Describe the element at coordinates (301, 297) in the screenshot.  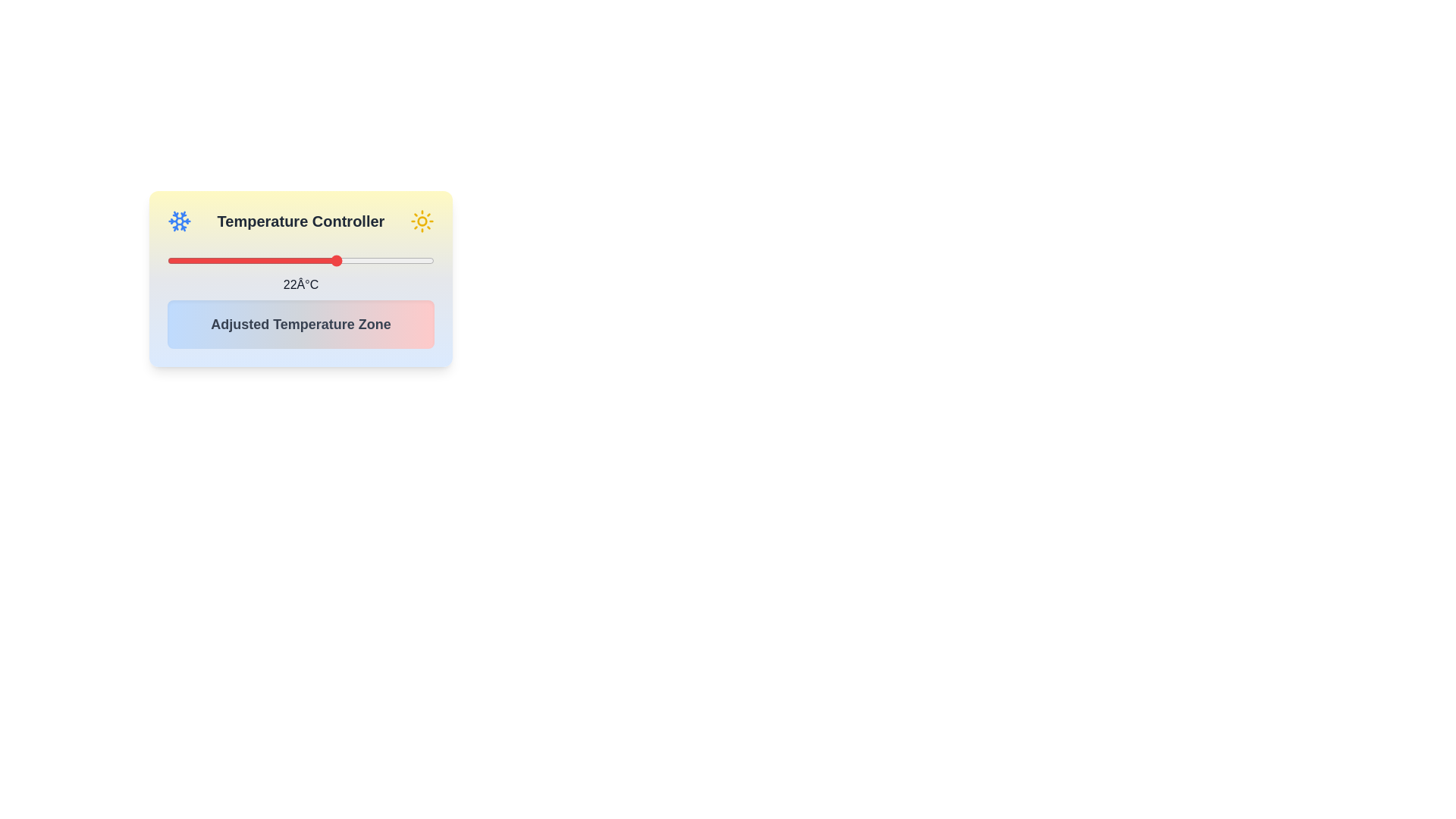
I see `the Informational panel containing the red slider, '22°C' temperature value, and 'Adjusted Temperature Zone' label, which is located below the slider in the 'Temperature Controller' card` at that location.